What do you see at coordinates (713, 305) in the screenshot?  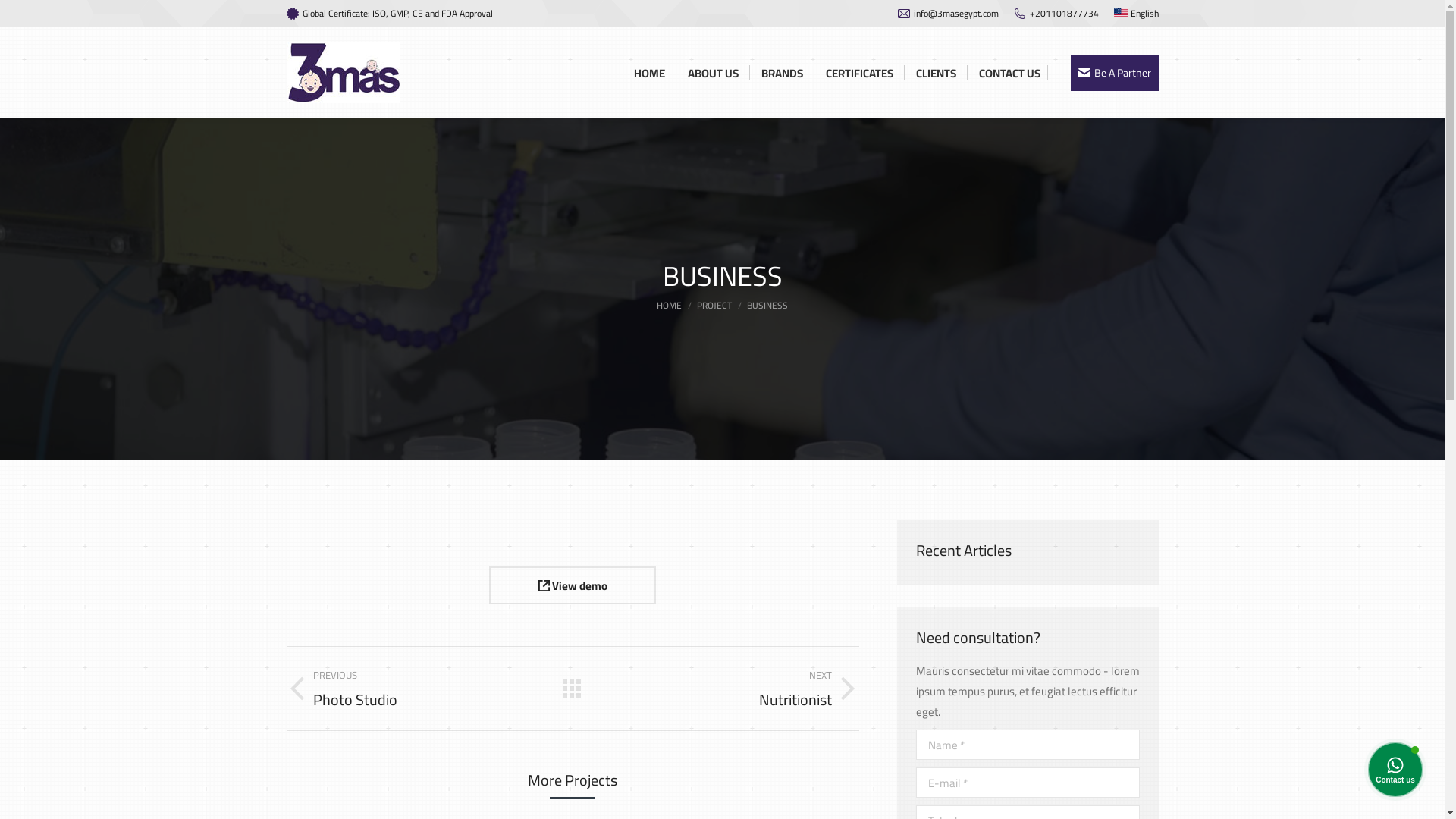 I see `'PROJECT'` at bounding box center [713, 305].